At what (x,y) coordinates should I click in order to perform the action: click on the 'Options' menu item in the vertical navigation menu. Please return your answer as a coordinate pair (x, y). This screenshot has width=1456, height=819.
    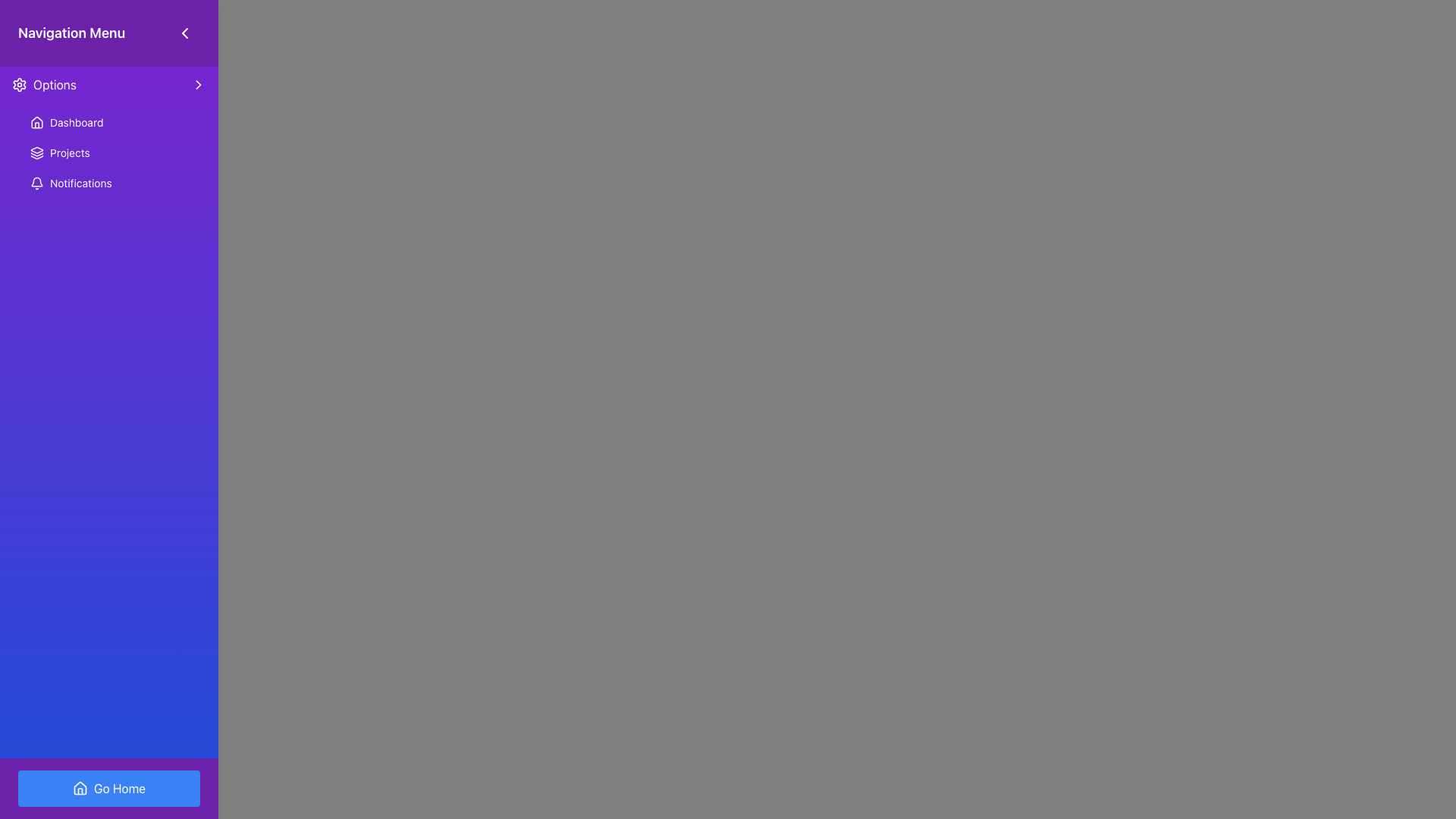
    Looking at the image, I should click on (43, 84).